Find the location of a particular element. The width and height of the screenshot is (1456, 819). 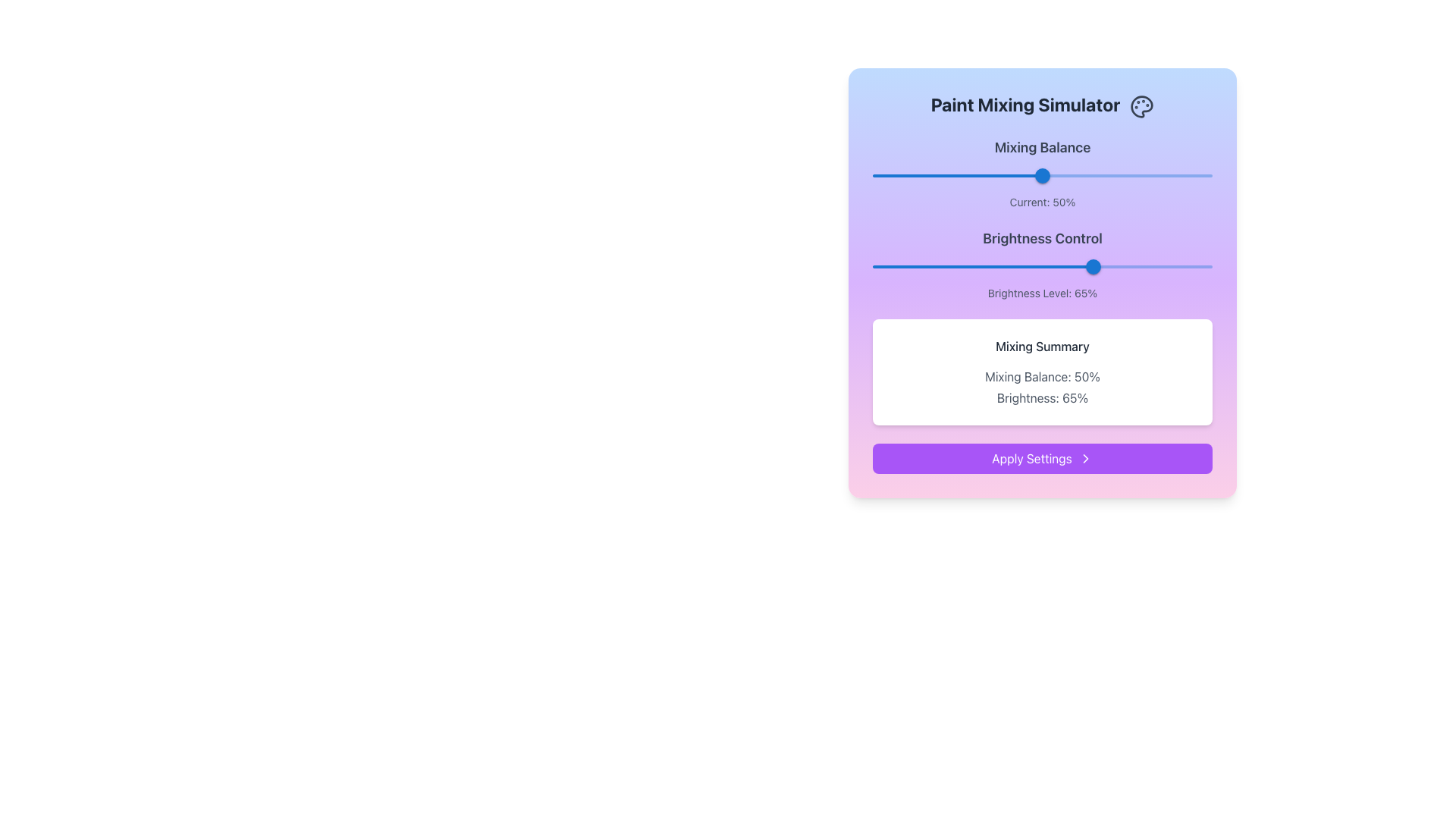

the 'Apply Settings' button, which is a rectangular button with a purple background and rounded corners, located at the bottom of the 'Paint Mixing Simulator' card is located at coordinates (1041, 457).